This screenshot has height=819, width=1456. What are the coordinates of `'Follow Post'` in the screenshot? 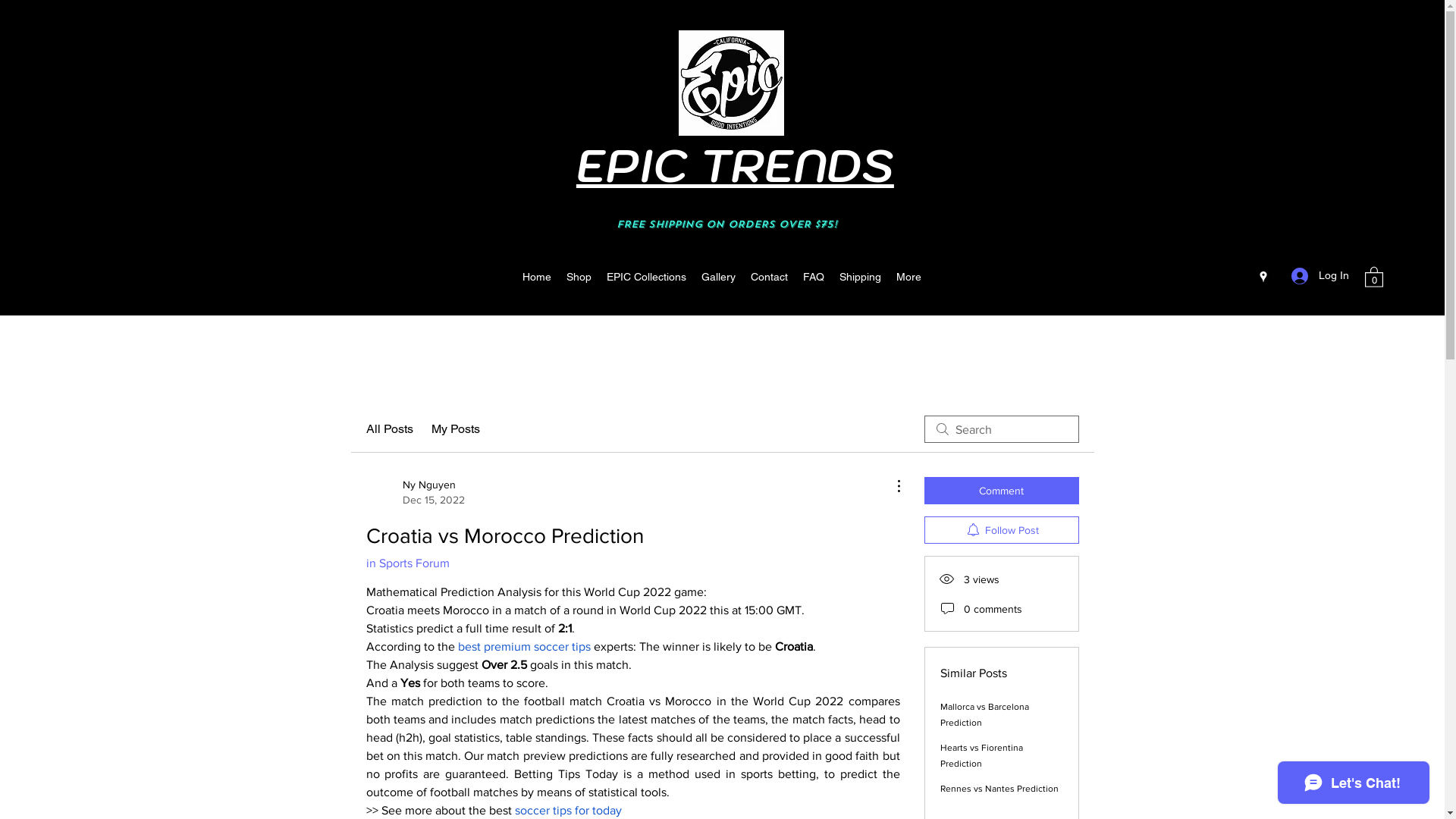 It's located at (1001, 529).